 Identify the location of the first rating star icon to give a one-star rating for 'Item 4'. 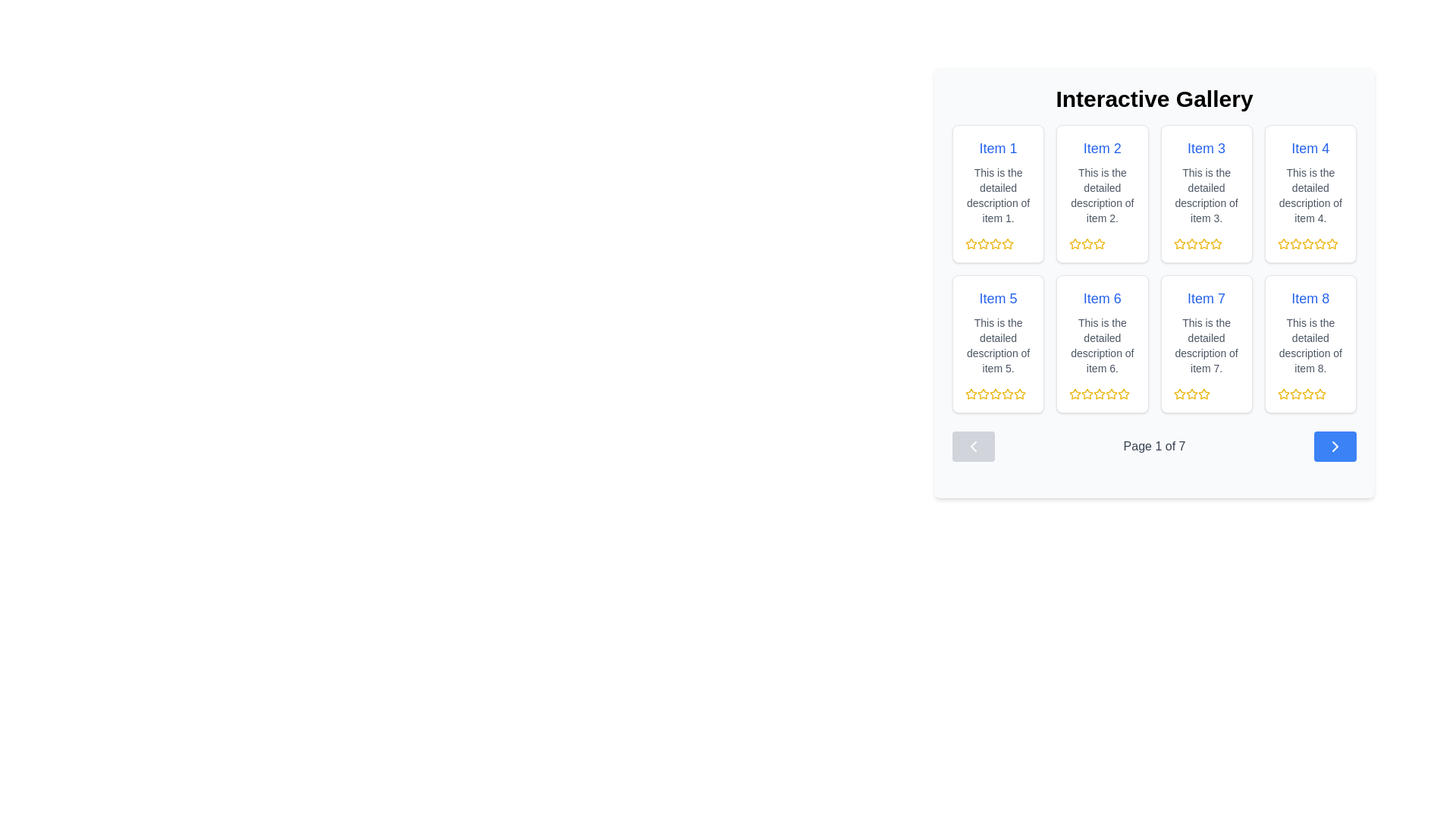
(1294, 242).